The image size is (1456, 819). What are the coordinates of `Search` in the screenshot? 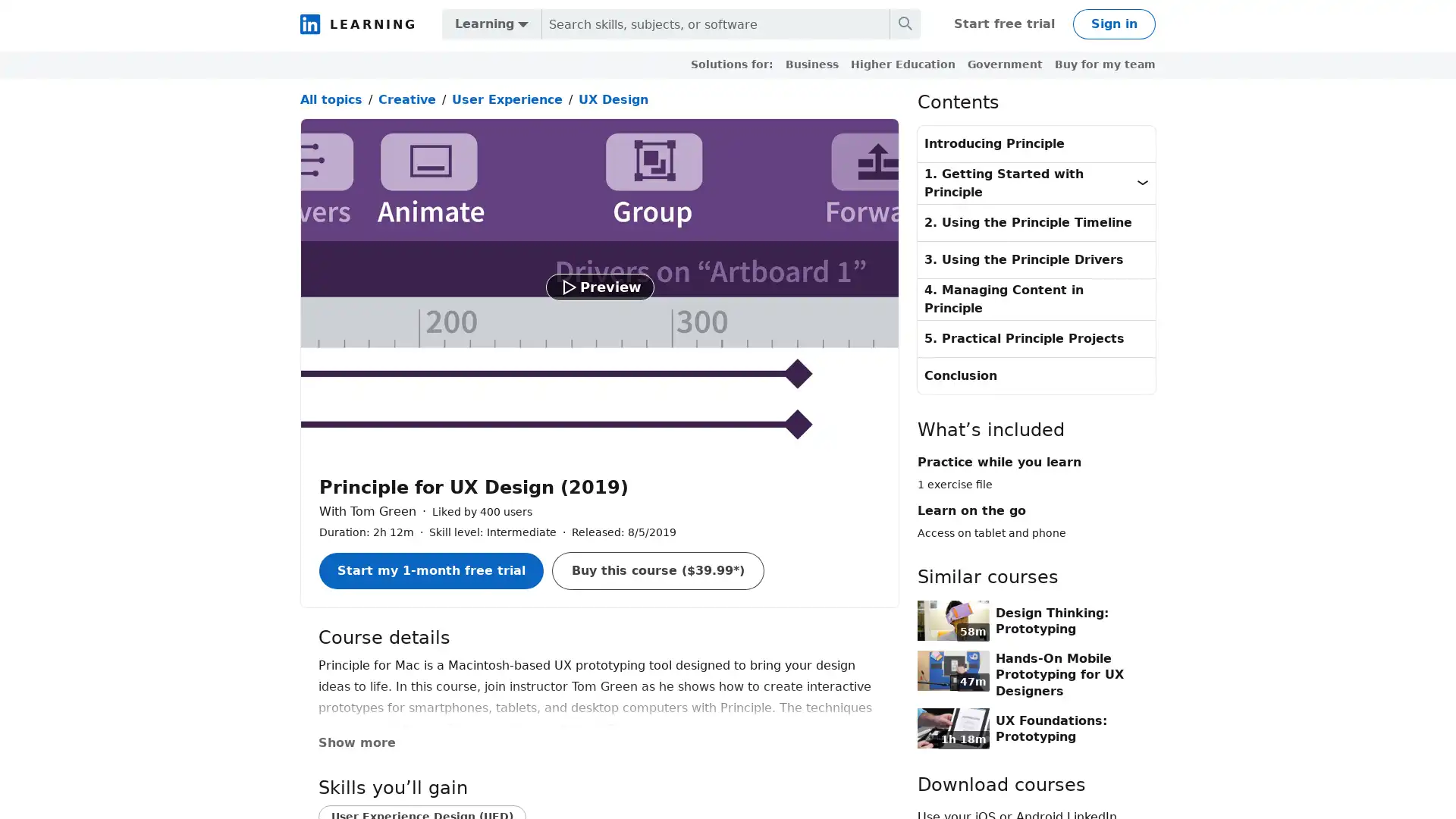 It's located at (905, 24).